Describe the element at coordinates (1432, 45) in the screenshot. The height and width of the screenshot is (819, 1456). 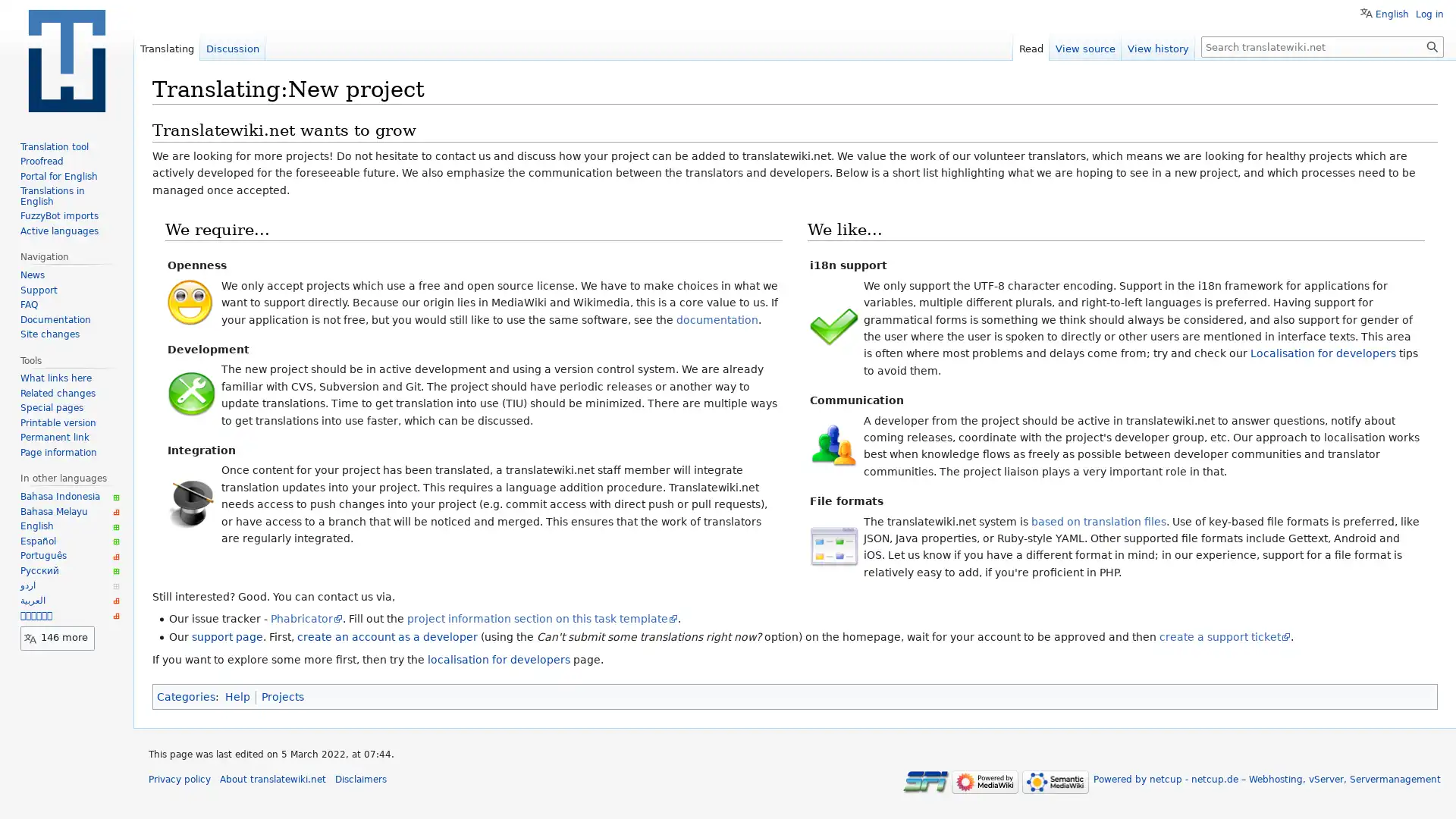
I see `Go` at that location.